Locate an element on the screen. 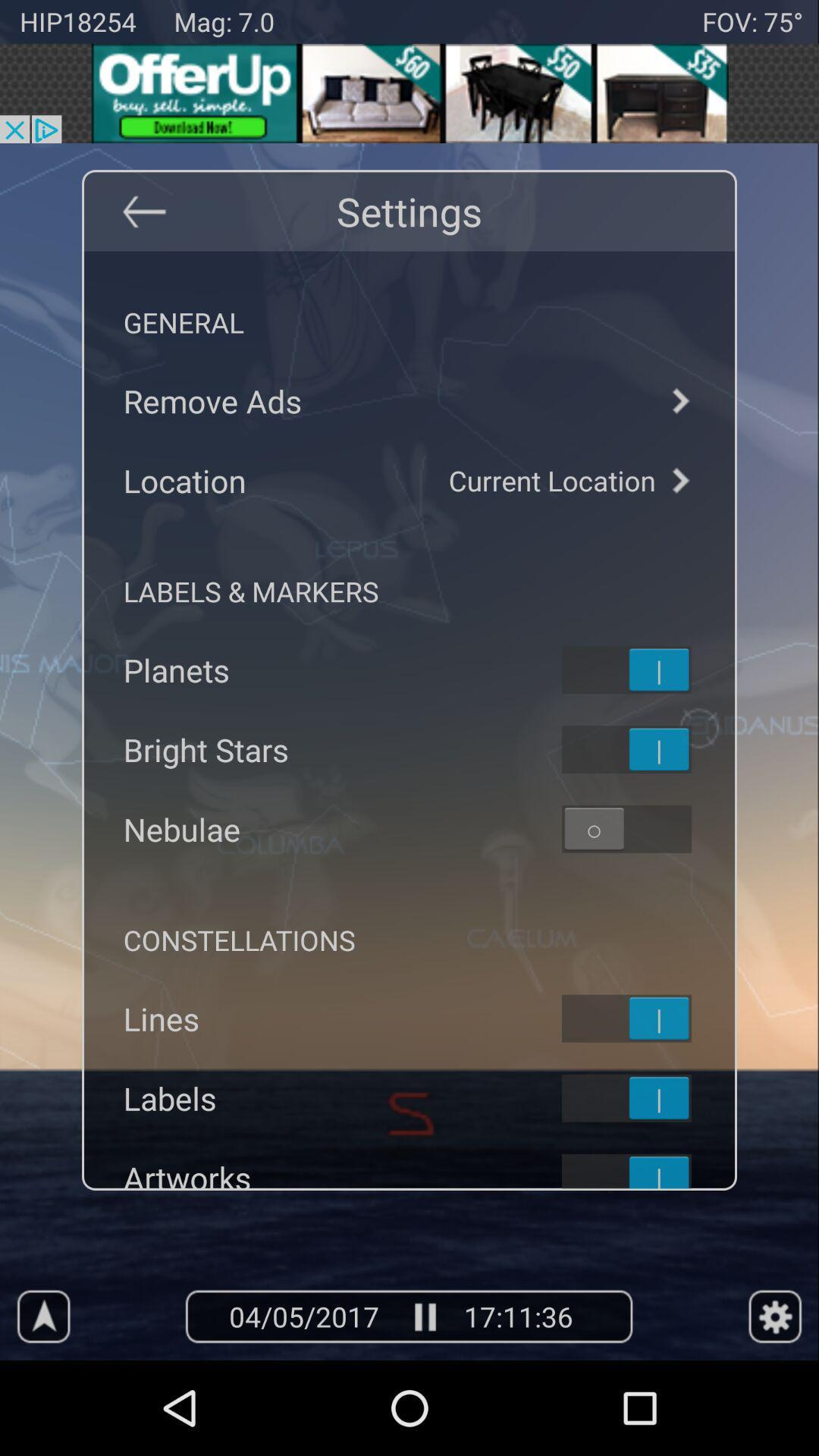 This screenshot has height=1456, width=819. go back is located at coordinates (143, 210).